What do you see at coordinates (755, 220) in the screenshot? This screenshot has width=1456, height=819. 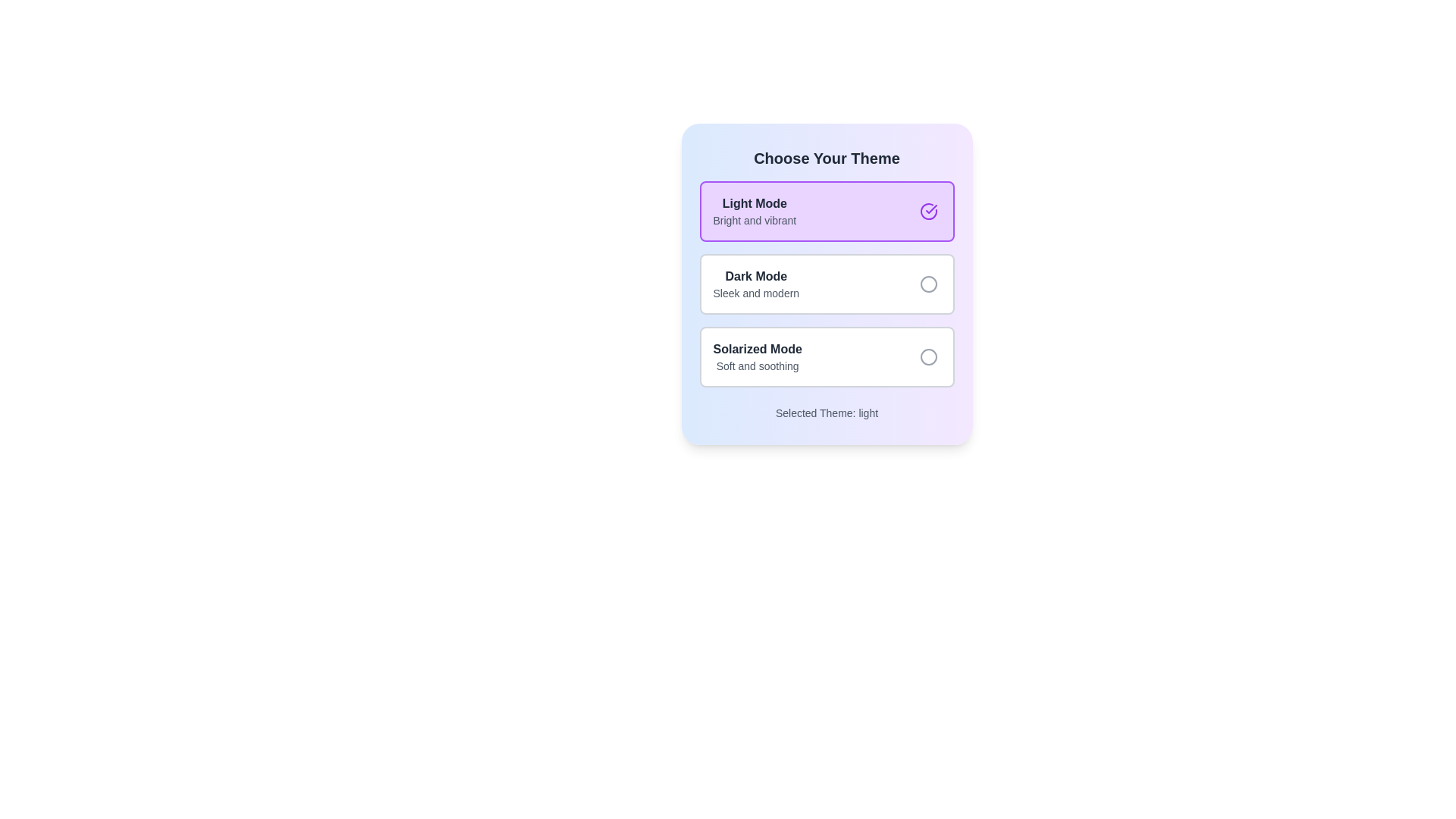 I see `the Text Display element that provides additional context for the 'Light Mode' option in the theme selection interface, located beneath the 'Light Mode' title` at bounding box center [755, 220].